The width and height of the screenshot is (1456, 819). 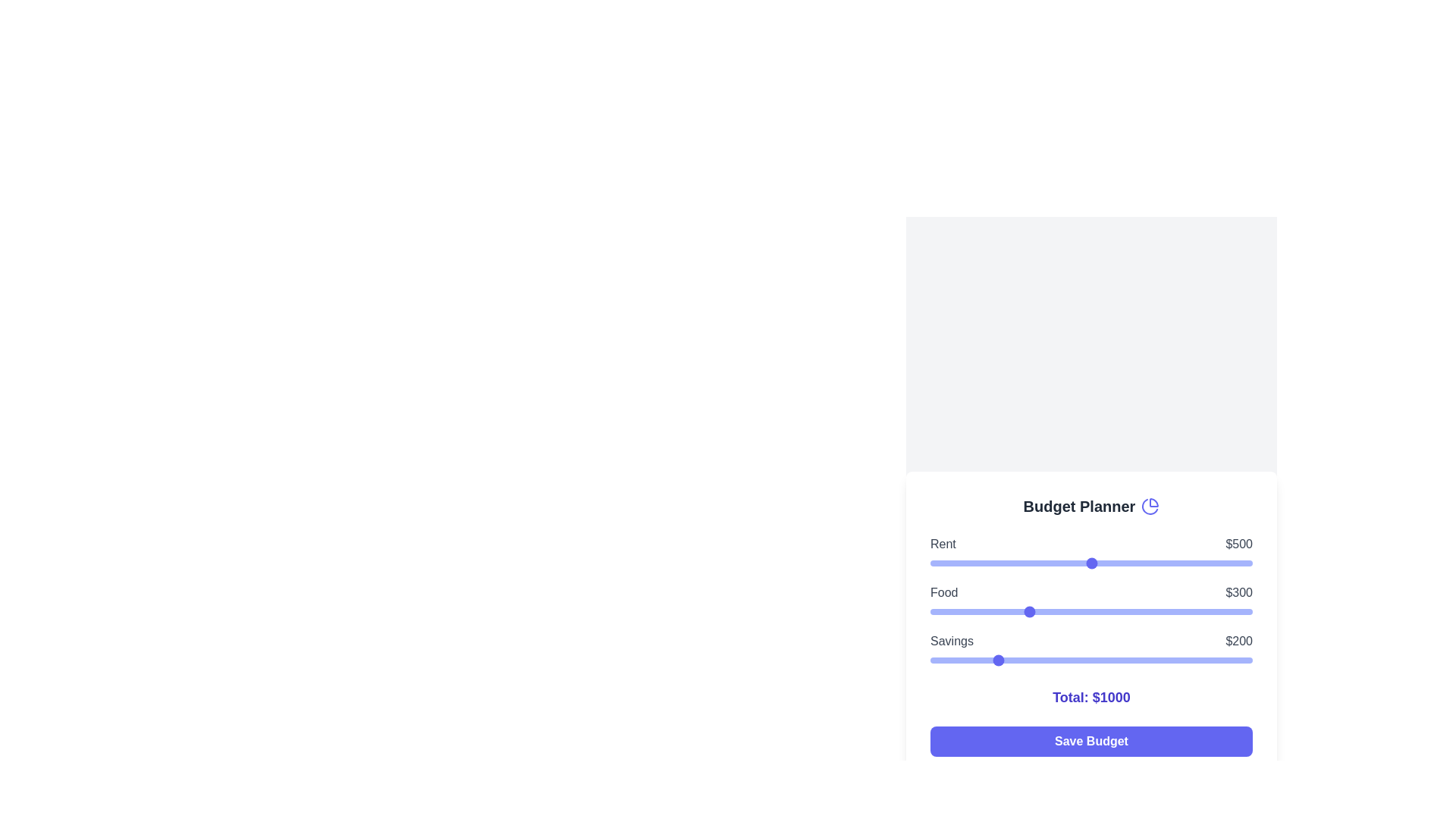 What do you see at coordinates (1153, 660) in the screenshot?
I see `the savings slider to 693` at bounding box center [1153, 660].